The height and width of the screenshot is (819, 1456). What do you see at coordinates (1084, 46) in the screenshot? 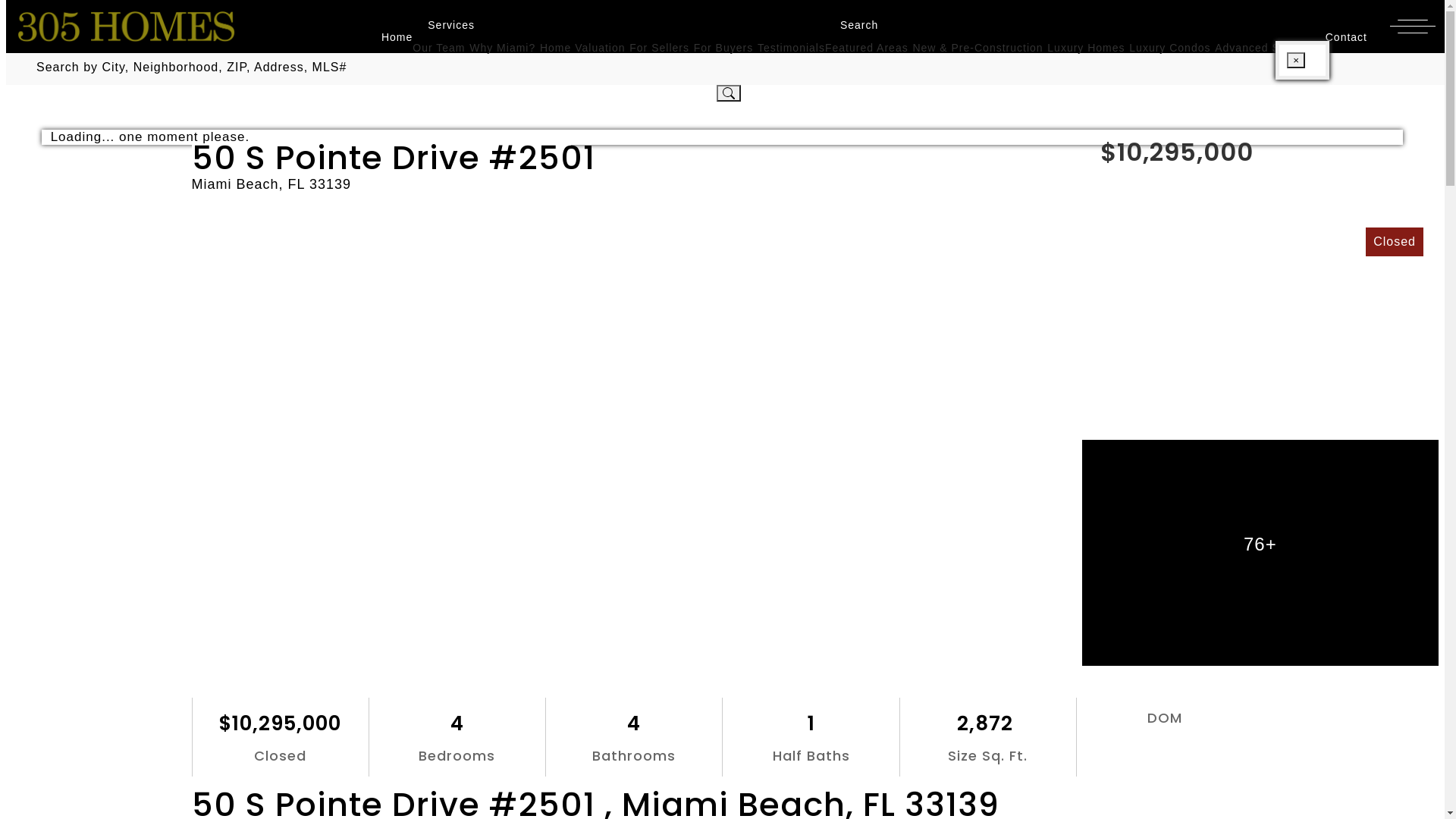
I see `'Luxury Homes'` at bounding box center [1084, 46].